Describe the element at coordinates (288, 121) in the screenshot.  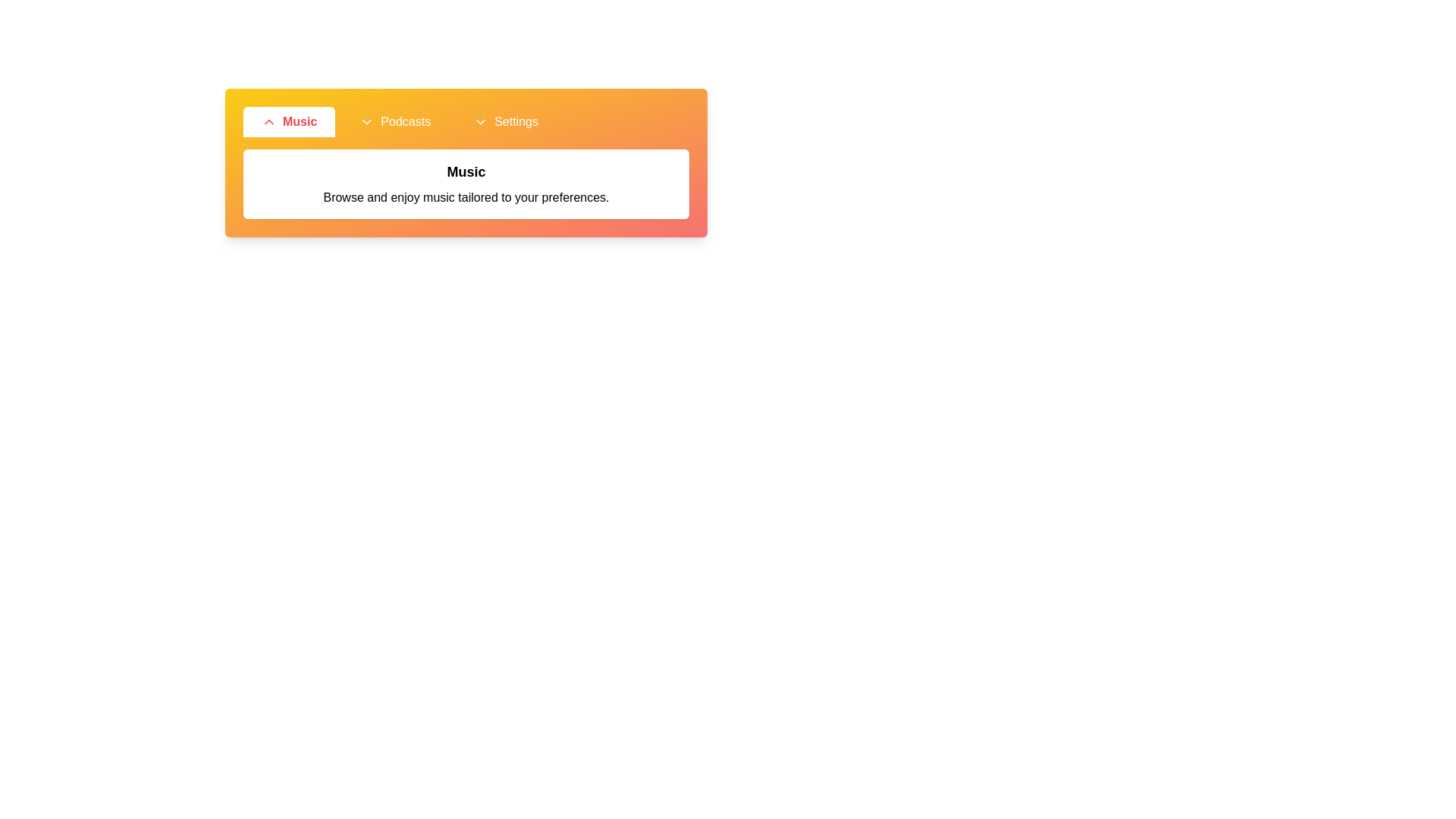
I see `the Music tab` at that location.